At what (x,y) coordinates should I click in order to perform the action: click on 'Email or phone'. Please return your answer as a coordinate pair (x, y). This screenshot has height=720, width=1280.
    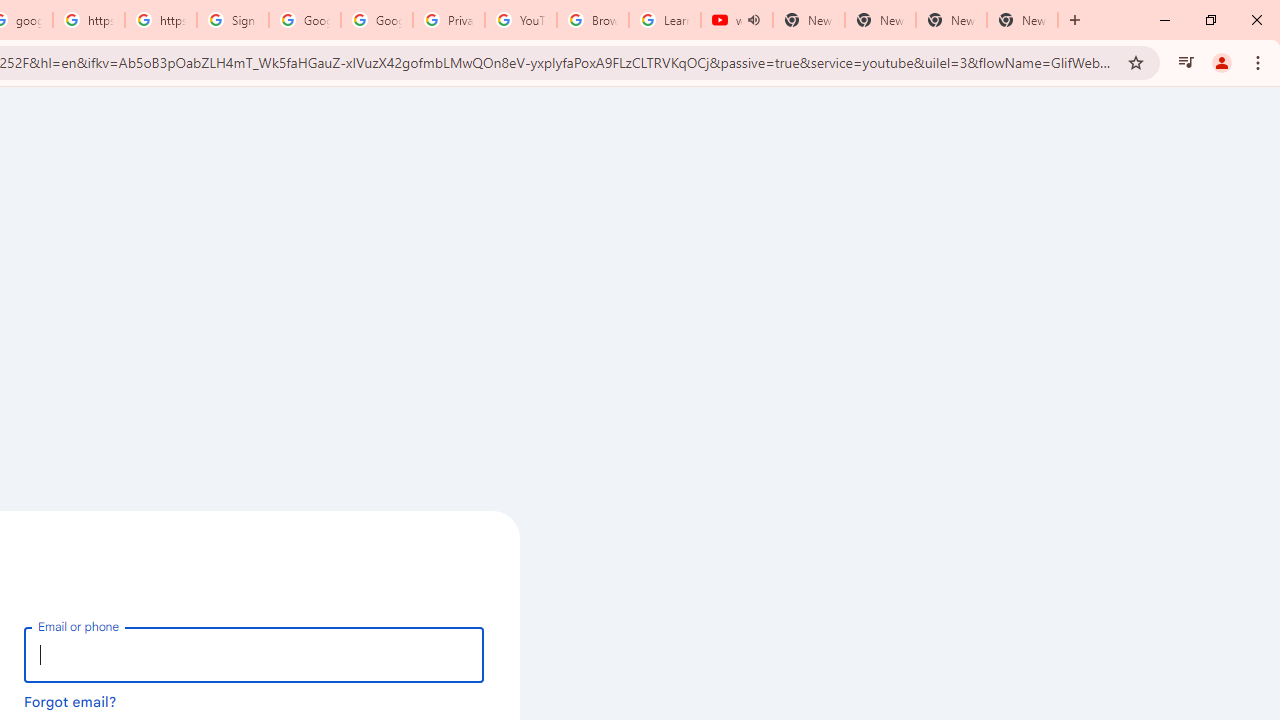
    Looking at the image, I should click on (253, 654).